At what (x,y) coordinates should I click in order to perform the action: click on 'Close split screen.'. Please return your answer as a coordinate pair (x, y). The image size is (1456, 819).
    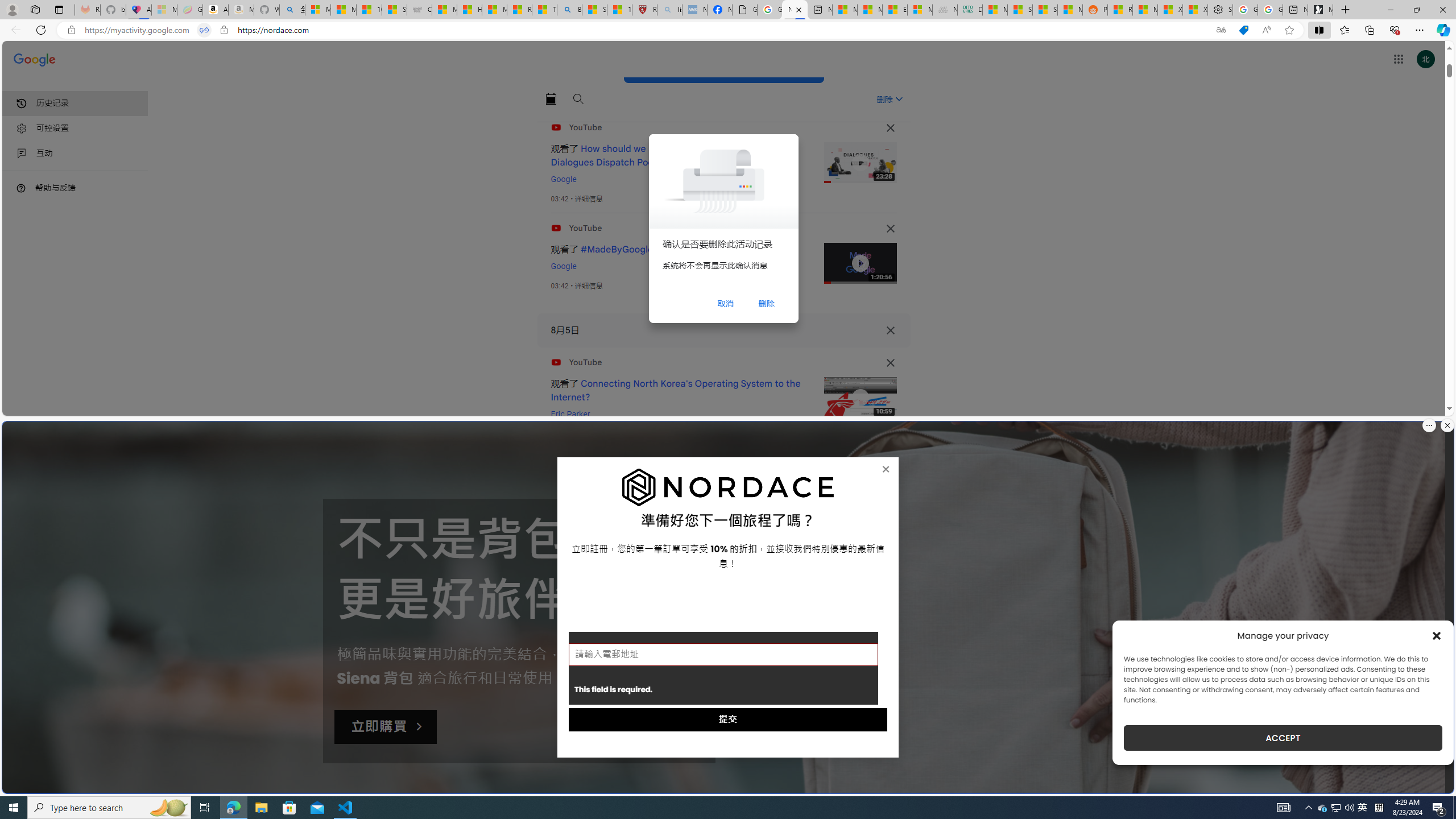
    Looking at the image, I should click on (1446, 425).